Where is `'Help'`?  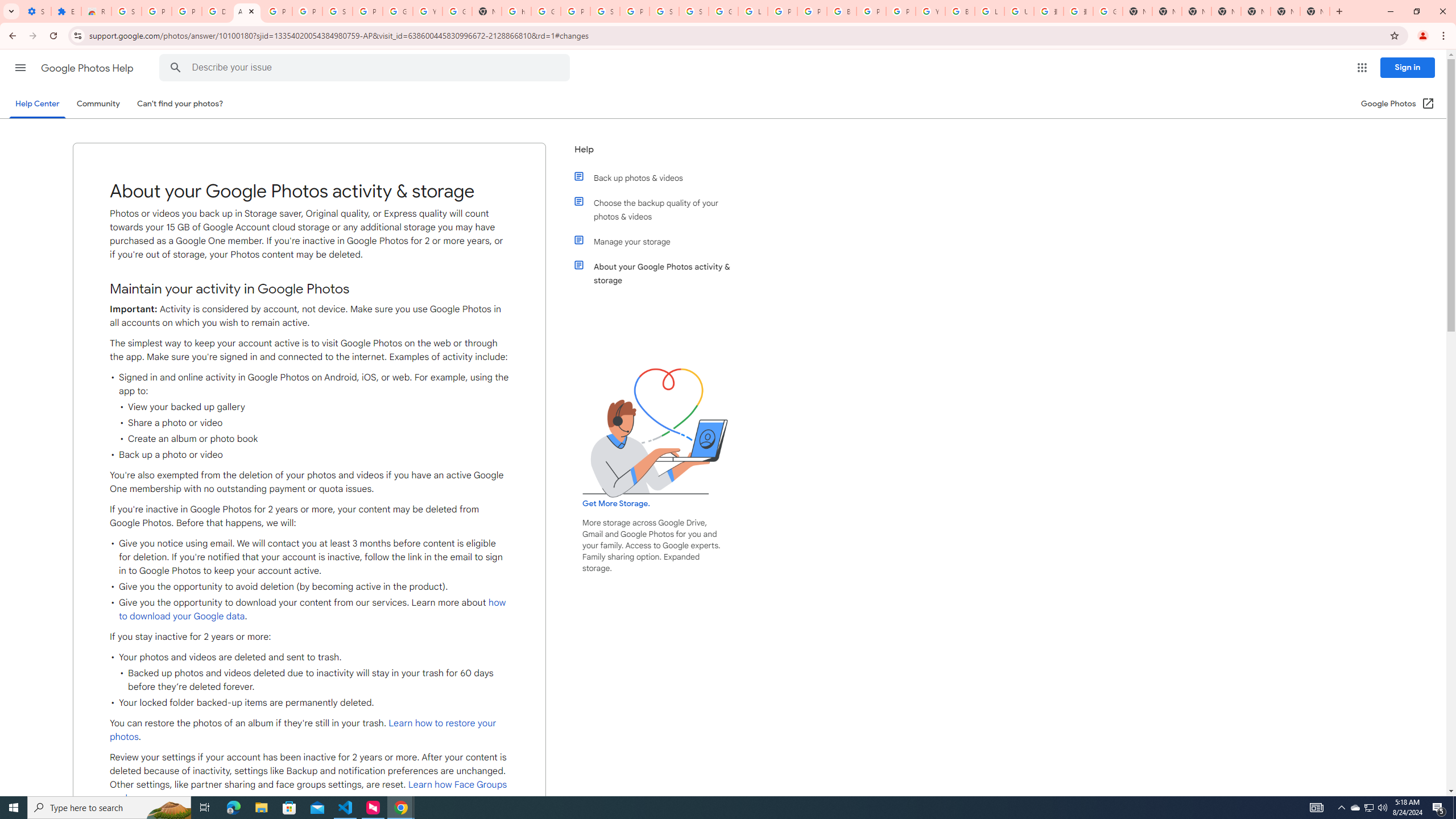
'Help' is located at coordinates (656, 153).